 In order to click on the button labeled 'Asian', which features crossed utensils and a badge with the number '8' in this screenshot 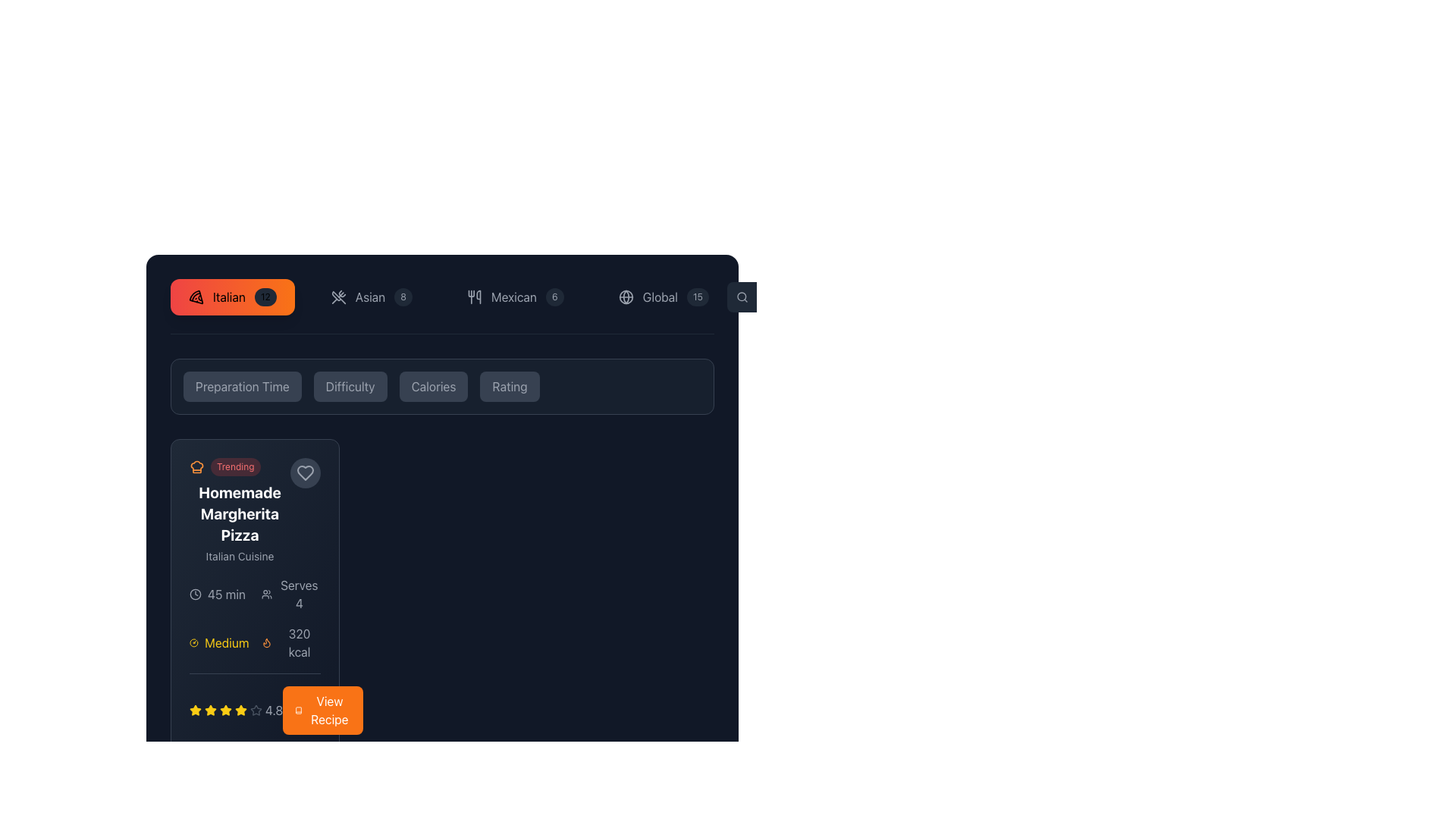, I will do `click(372, 297)`.